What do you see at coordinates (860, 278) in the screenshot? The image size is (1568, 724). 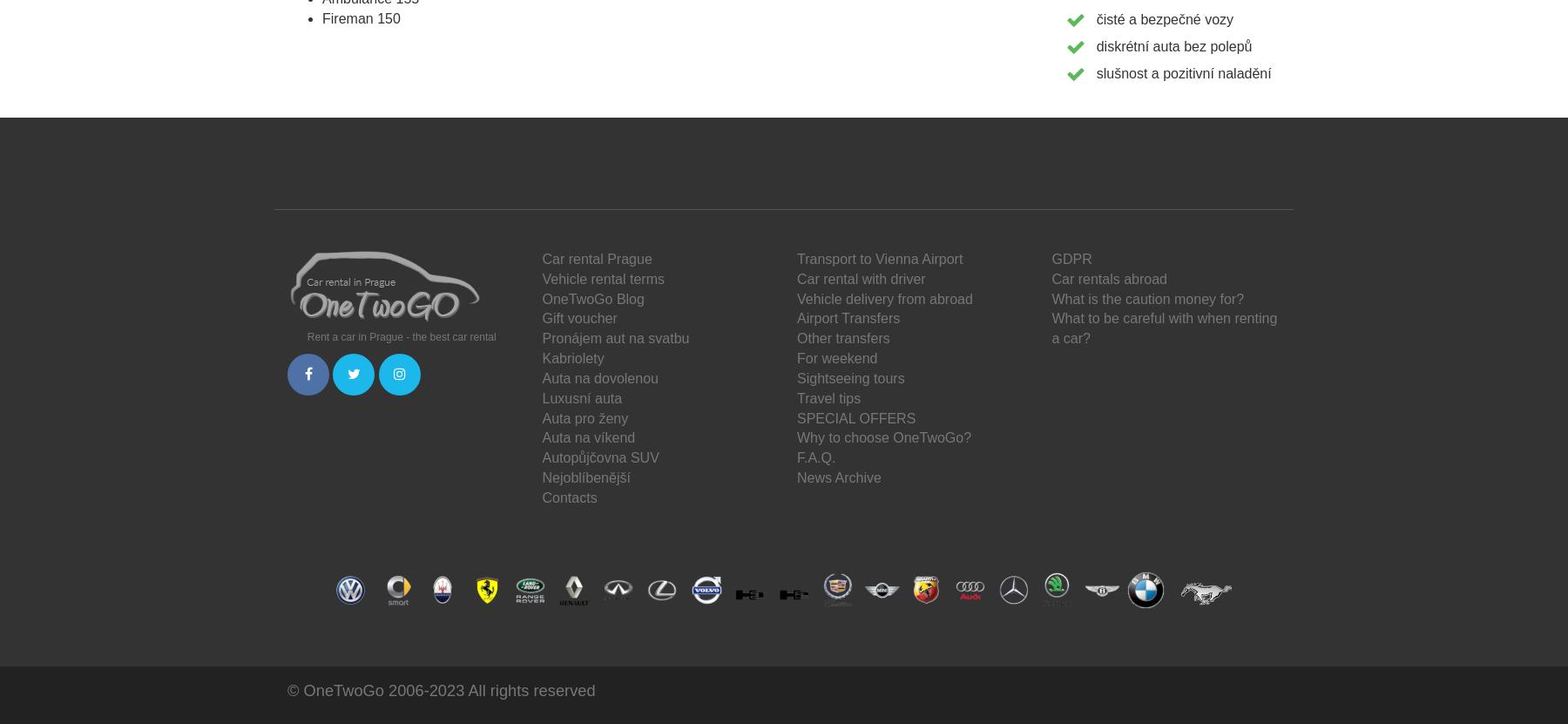 I see `'Car rental with driver'` at bounding box center [860, 278].